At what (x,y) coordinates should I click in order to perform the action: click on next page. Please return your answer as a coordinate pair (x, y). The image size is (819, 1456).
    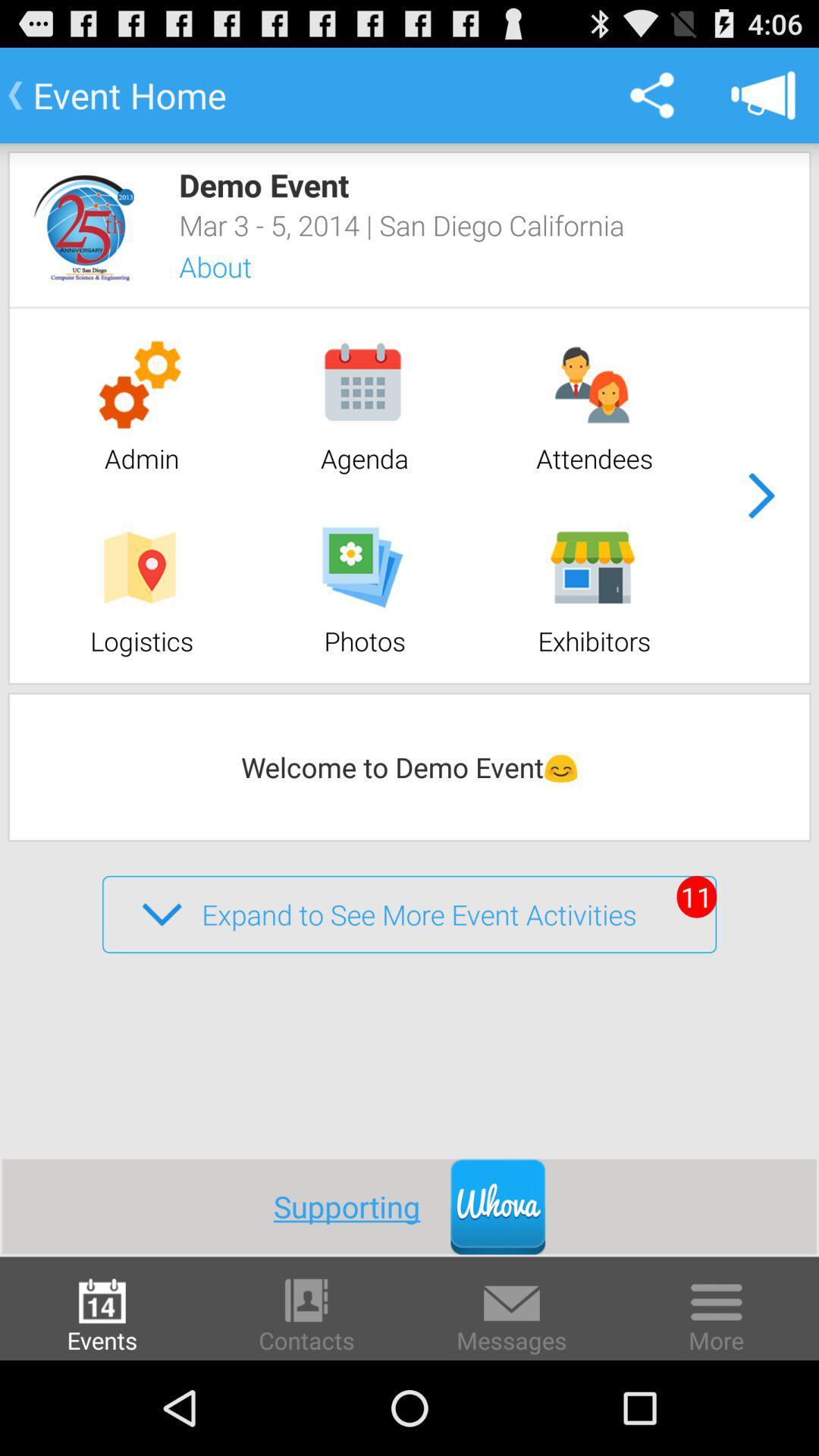
    Looking at the image, I should click on (761, 495).